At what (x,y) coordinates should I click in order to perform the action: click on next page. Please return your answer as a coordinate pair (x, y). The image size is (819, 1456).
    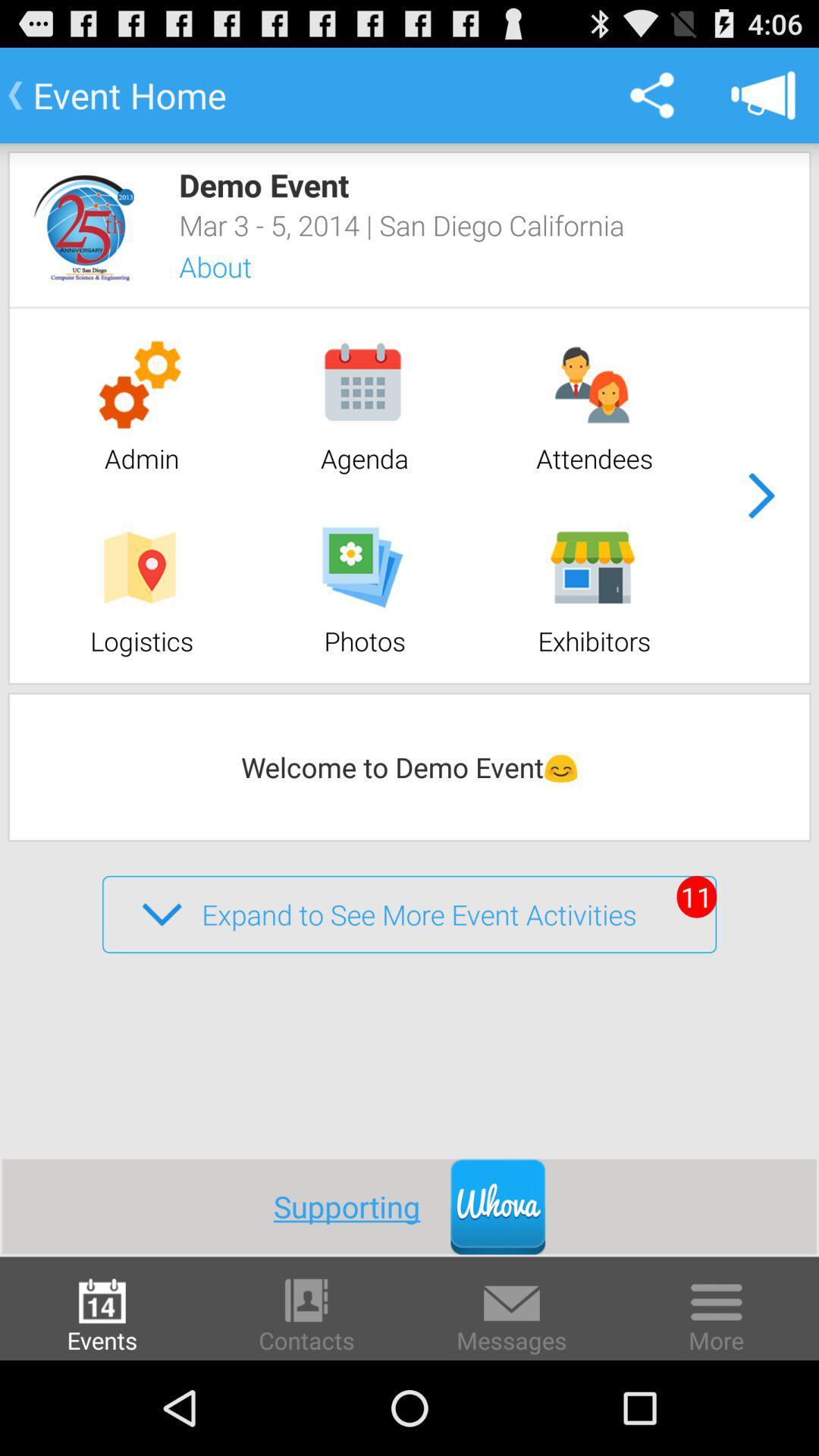
    Looking at the image, I should click on (761, 495).